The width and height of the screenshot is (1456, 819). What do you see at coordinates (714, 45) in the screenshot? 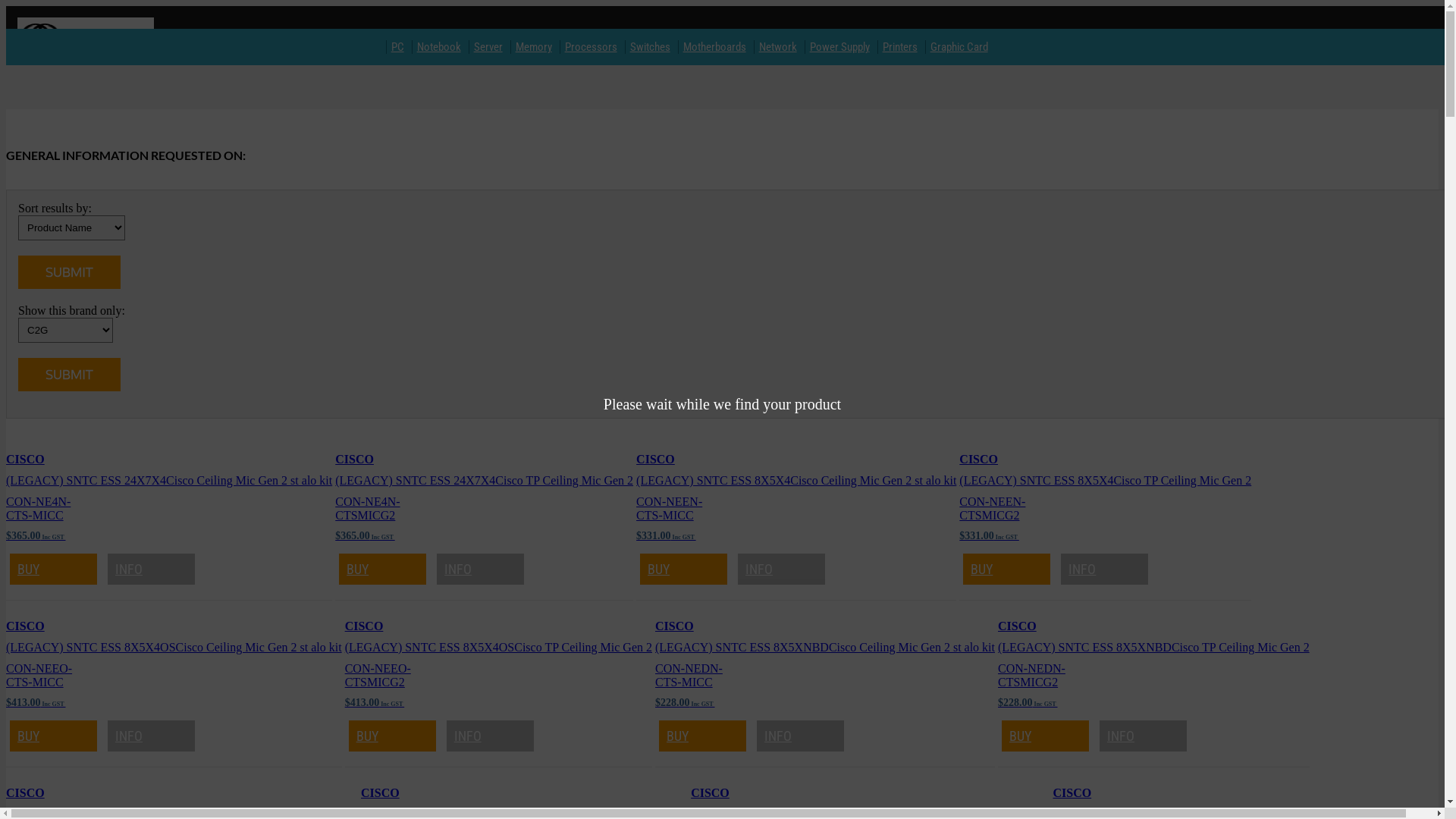
I see `'Motherboards'` at bounding box center [714, 45].